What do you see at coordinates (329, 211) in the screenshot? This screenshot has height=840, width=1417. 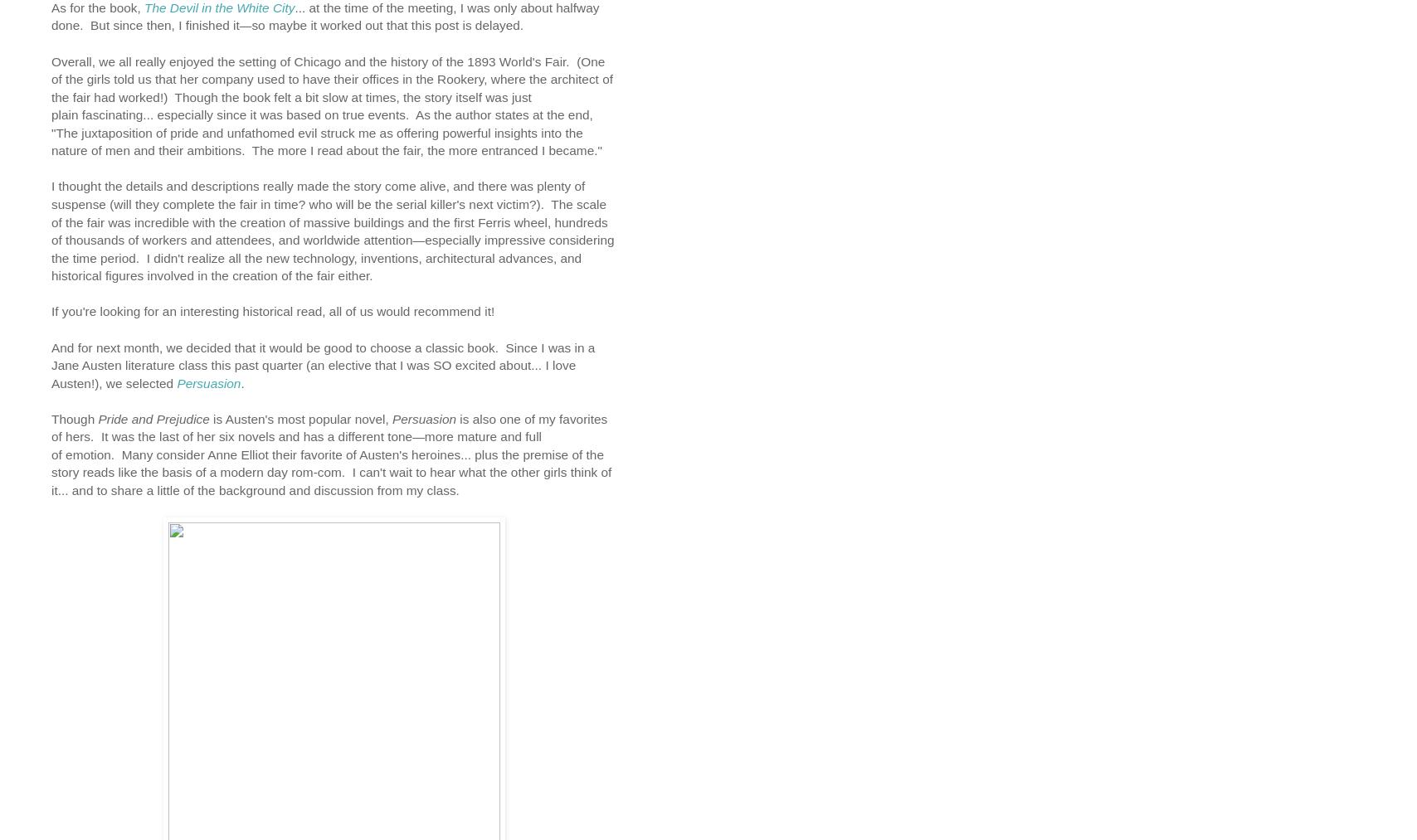 I see `'I thought the details and descriptions really made the story come alive, and there was plenty of suspense (will they complete the fair in time? who will be the serial killer's next victim?).  The scale of the fair was incredible with the creation of massive buildings and the first Ferris wheel, hundreds of thousands of workers and attendees, and worldwide attention'` at bounding box center [329, 211].